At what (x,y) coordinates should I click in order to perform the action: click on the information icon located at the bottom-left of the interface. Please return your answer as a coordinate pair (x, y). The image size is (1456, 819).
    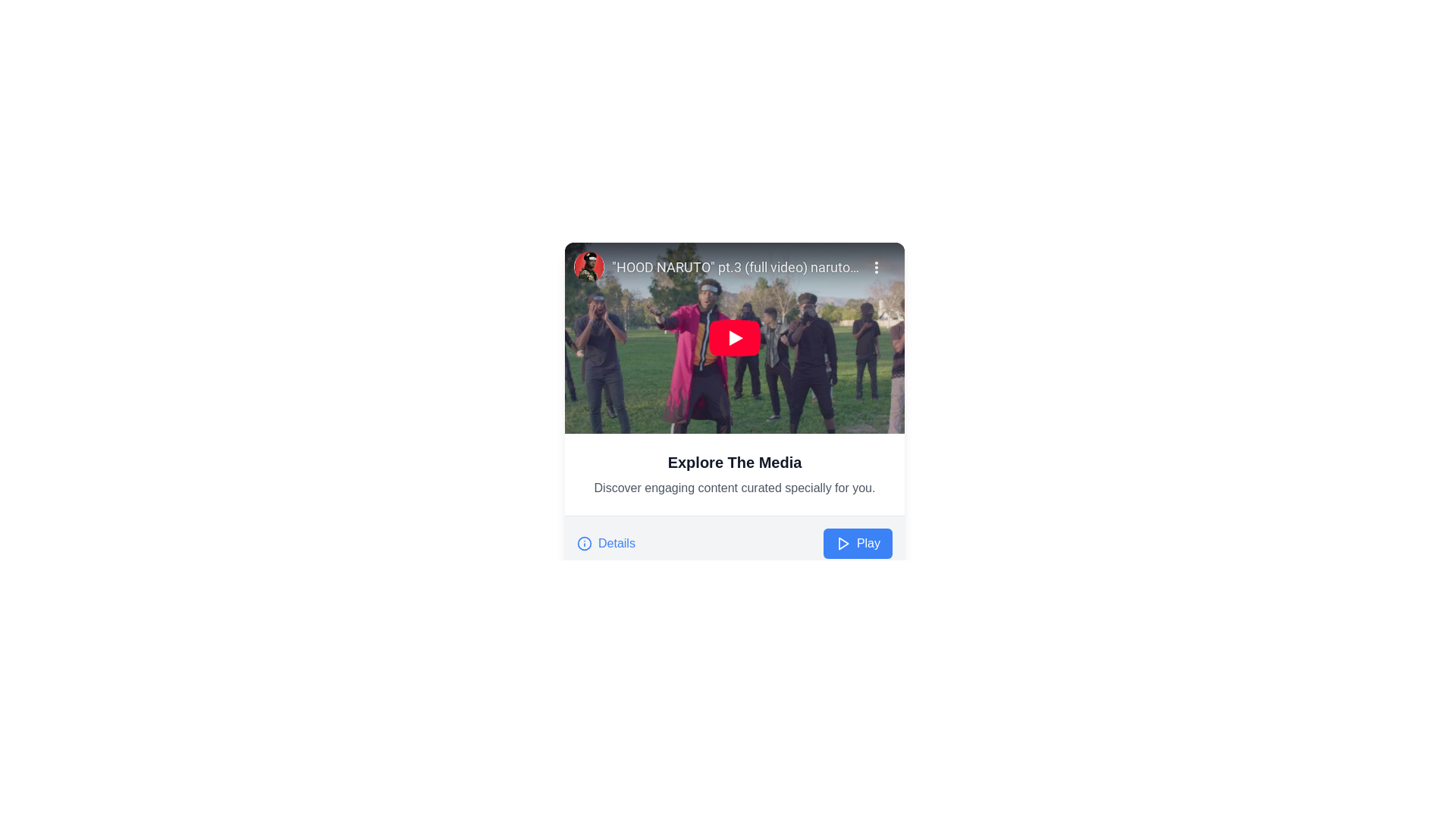
    Looking at the image, I should click on (584, 543).